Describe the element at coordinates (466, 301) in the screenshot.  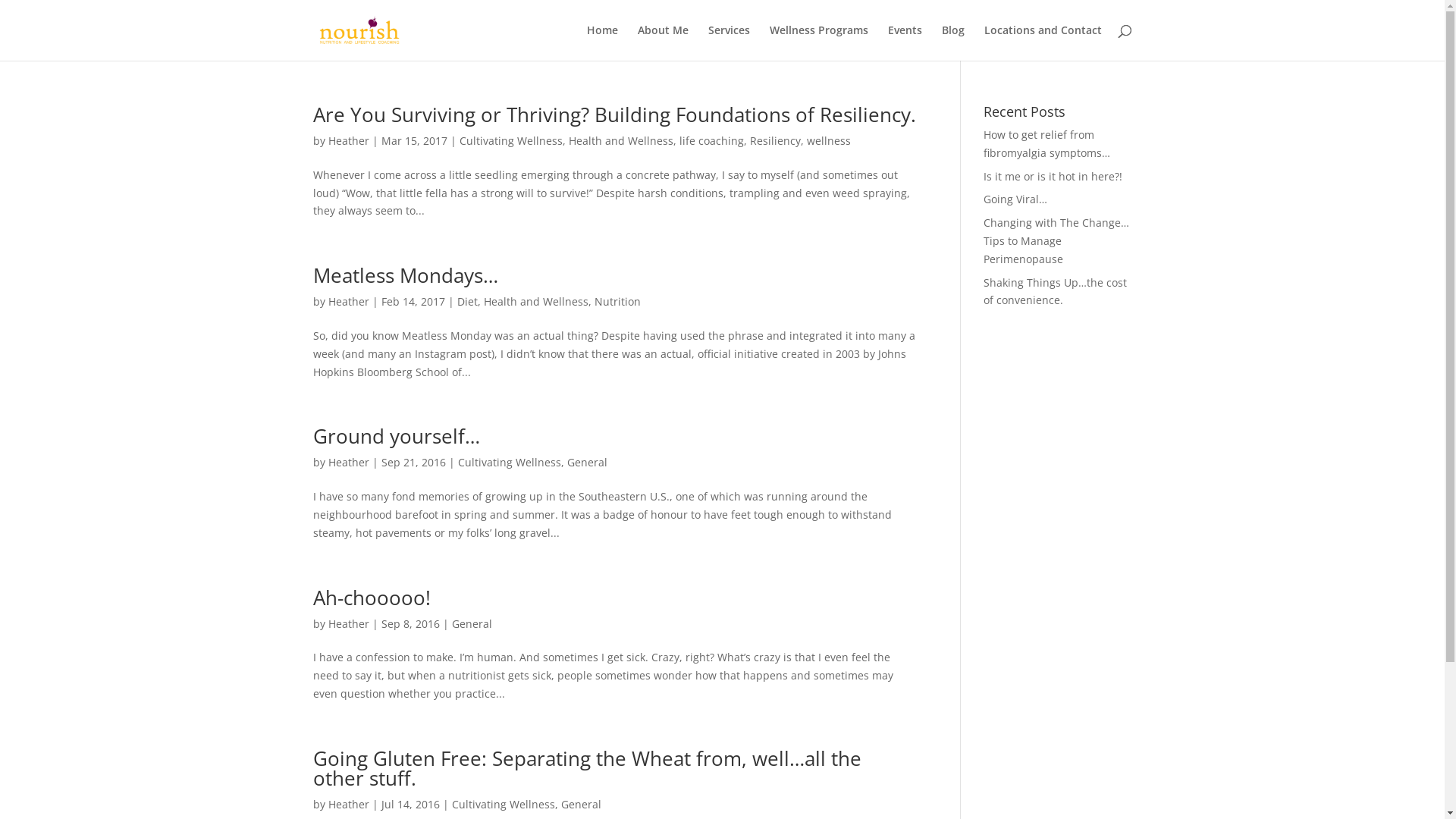
I see `'Diet'` at that location.